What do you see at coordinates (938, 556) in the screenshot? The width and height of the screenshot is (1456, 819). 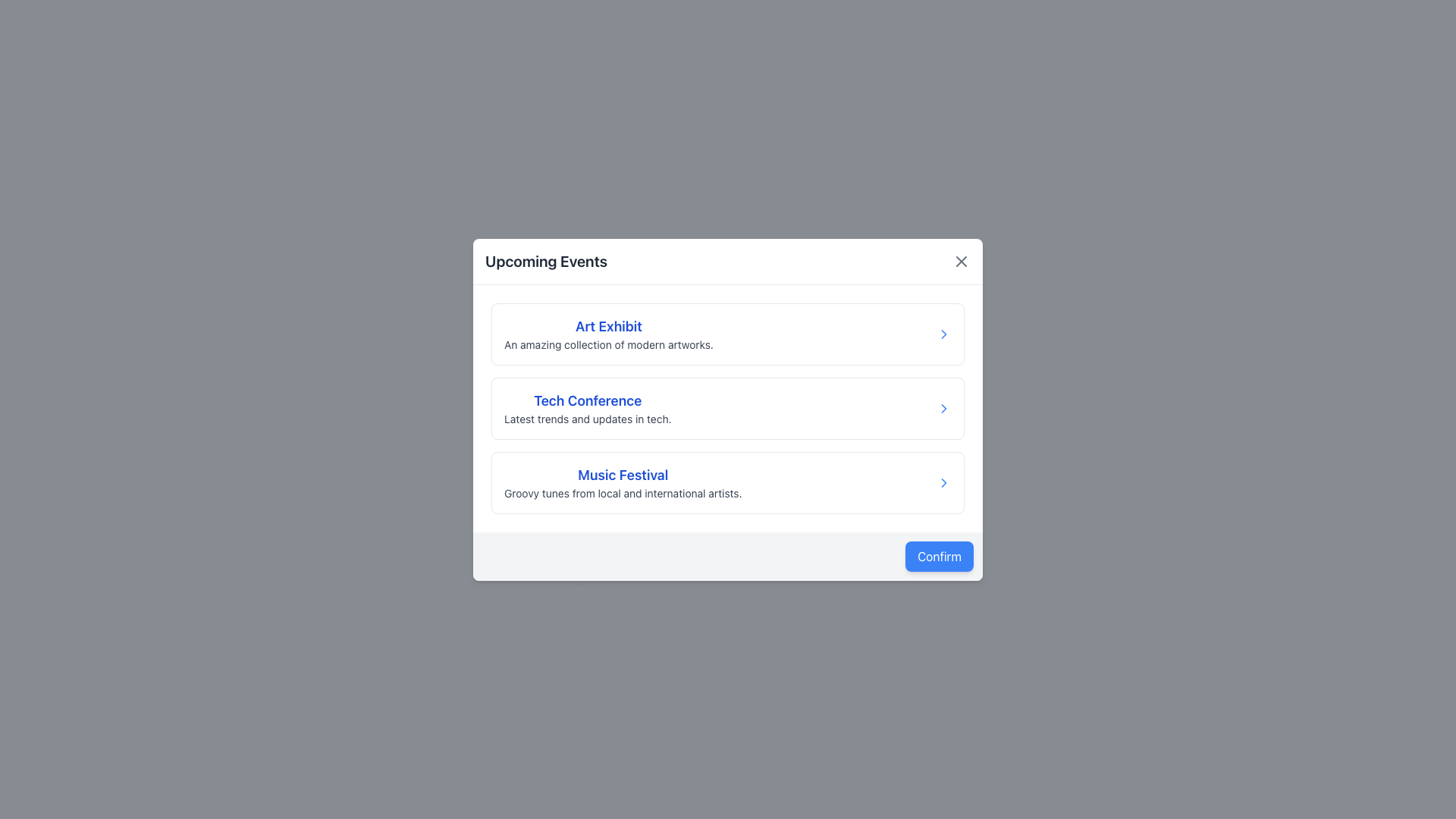 I see `the 'Confirm' button located in the bottom-right corner of the modal dialog` at bounding box center [938, 556].